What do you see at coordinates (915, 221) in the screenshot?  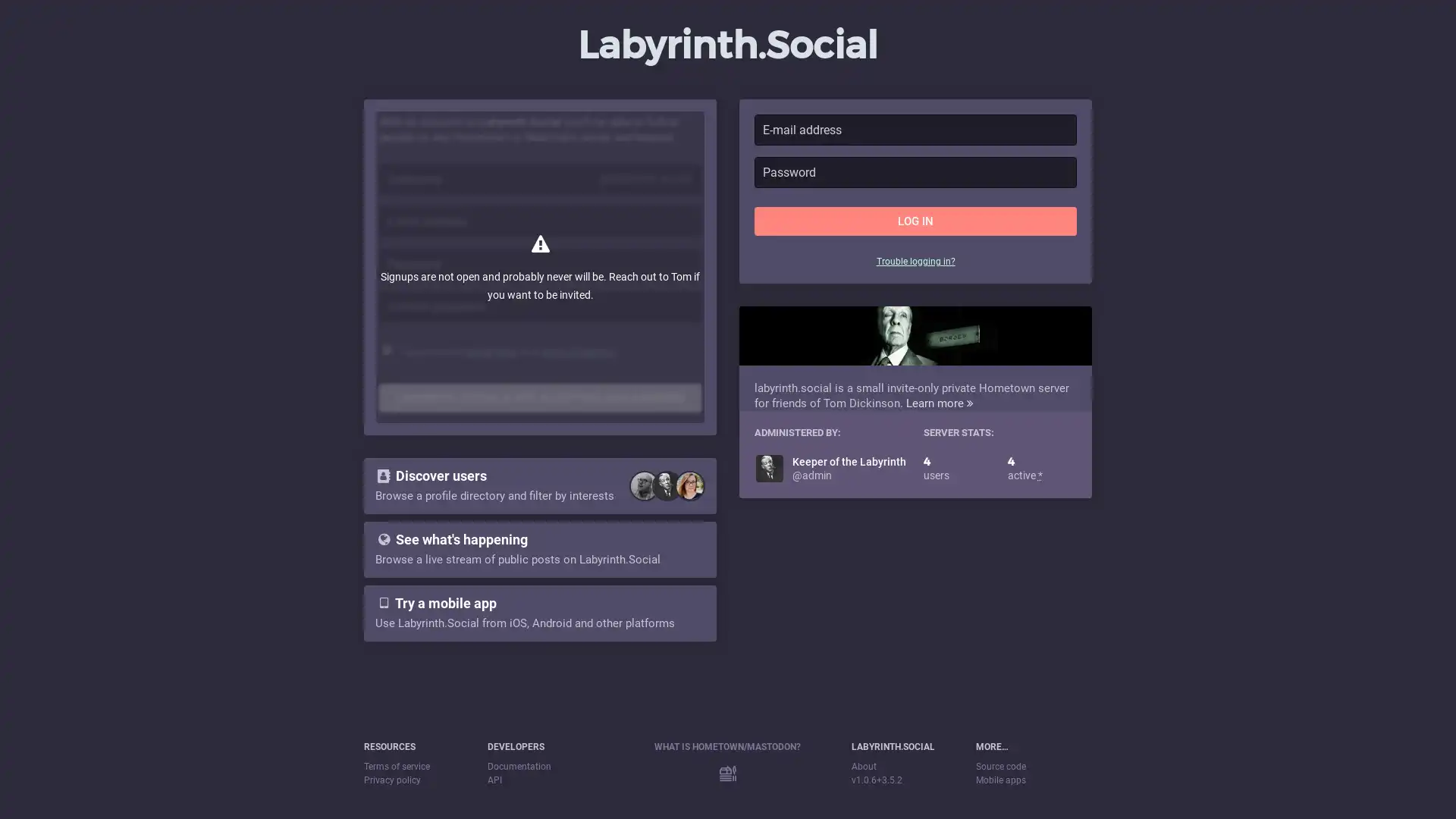 I see `LOG IN` at bounding box center [915, 221].